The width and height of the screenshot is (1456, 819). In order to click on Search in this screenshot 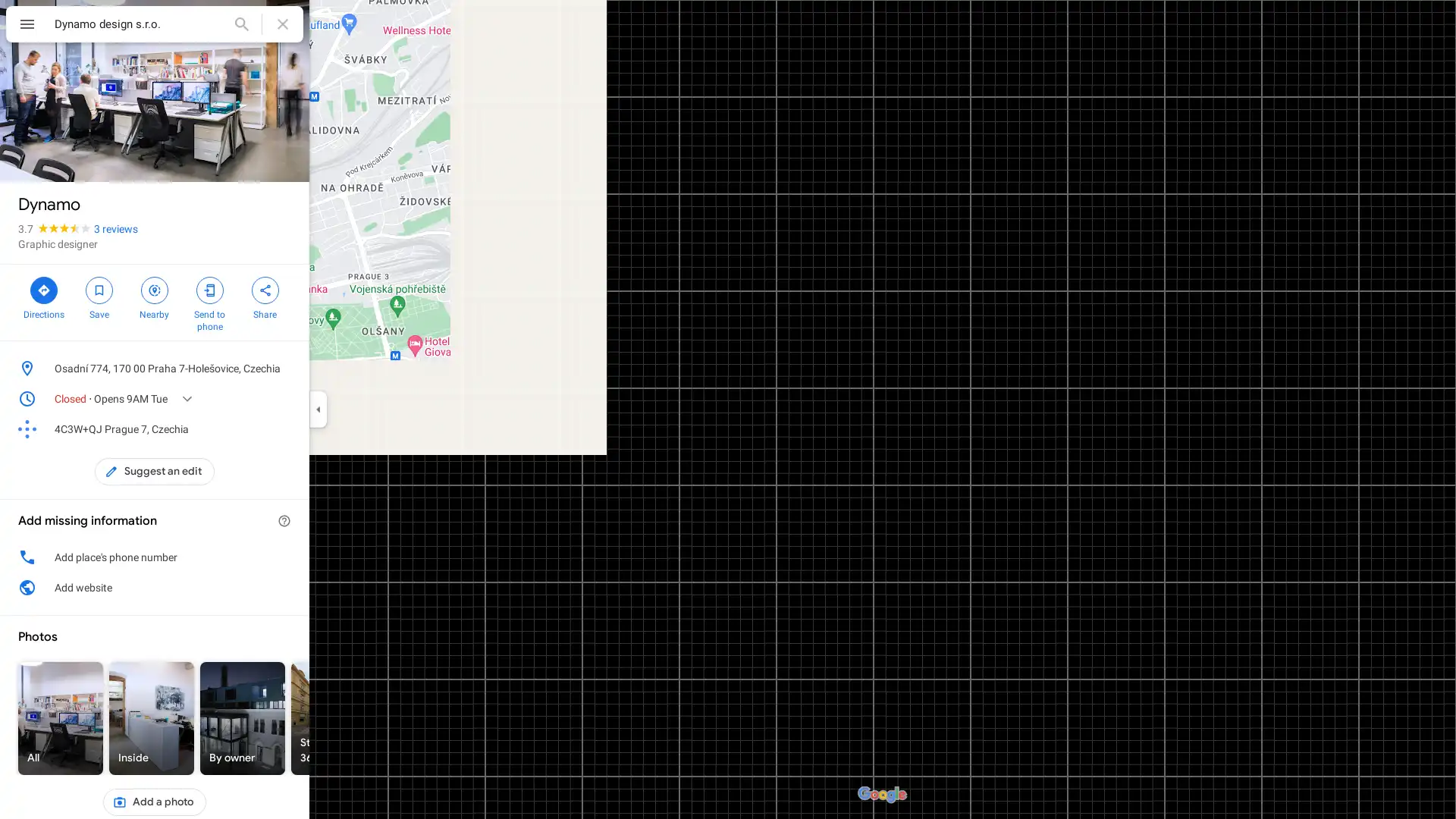, I will do `click(240, 24)`.